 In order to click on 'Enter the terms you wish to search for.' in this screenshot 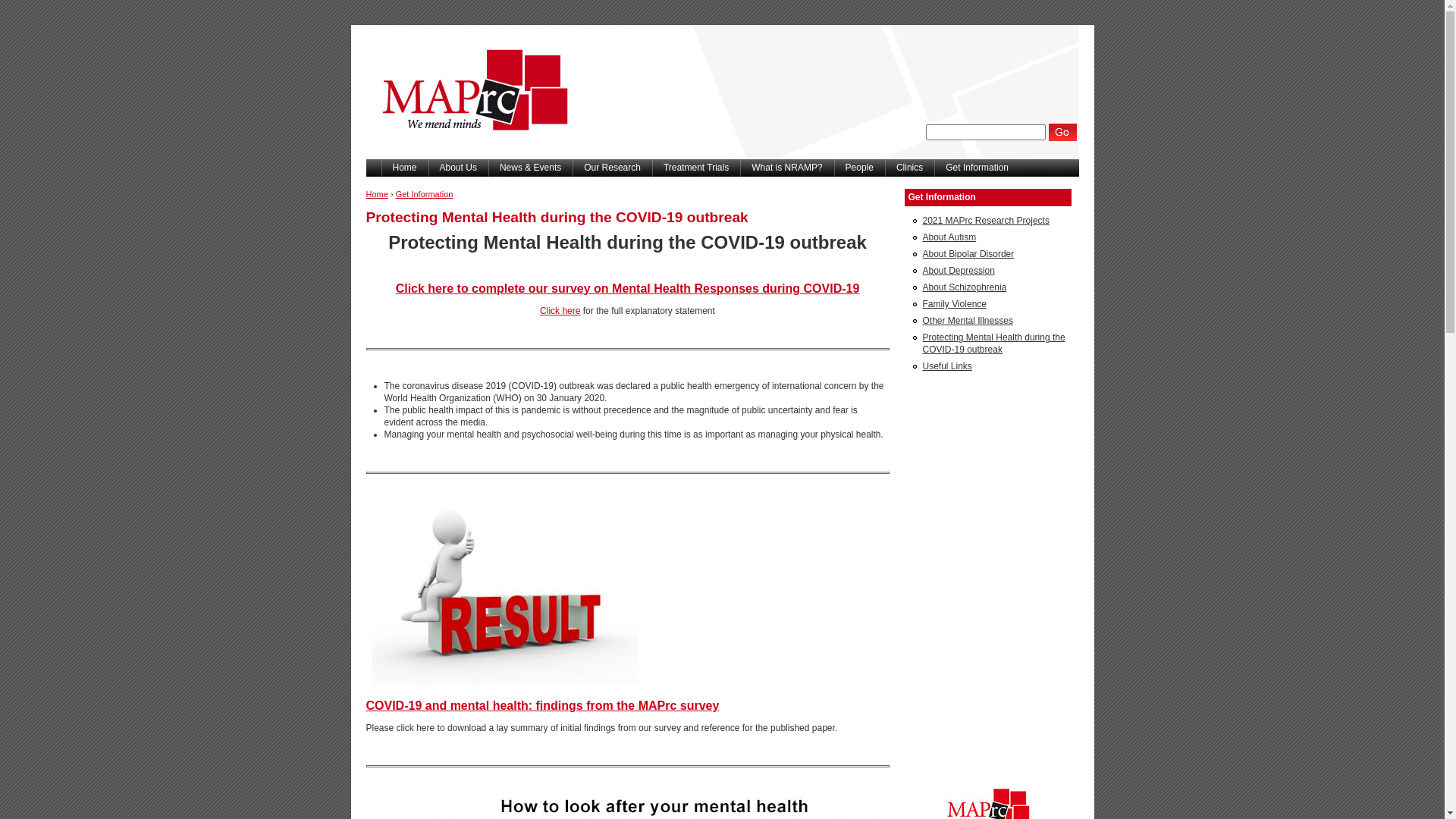, I will do `click(924, 131)`.